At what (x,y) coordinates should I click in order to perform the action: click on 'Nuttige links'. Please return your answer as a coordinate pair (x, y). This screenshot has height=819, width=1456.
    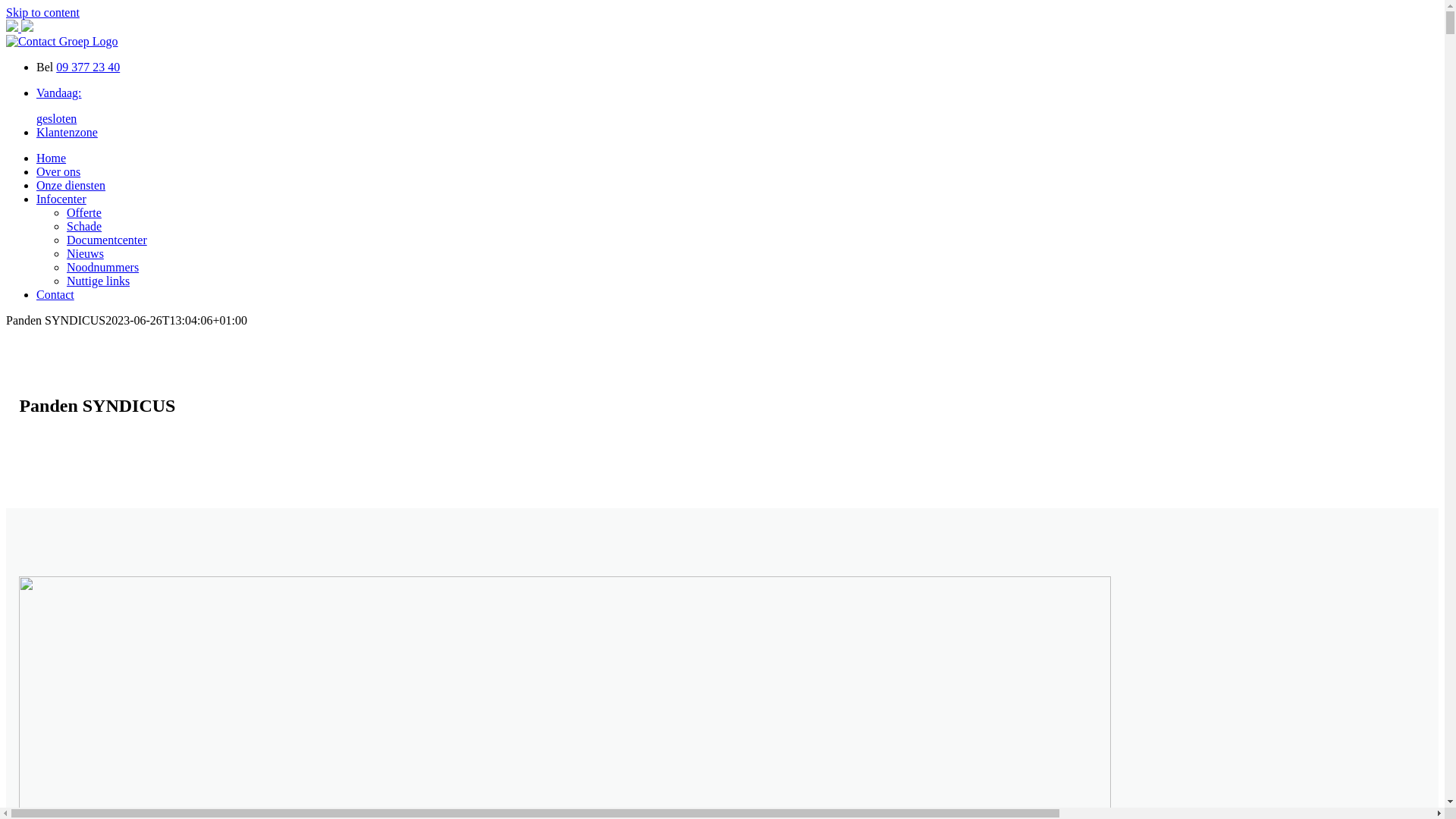
    Looking at the image, I should click on (97, 281).